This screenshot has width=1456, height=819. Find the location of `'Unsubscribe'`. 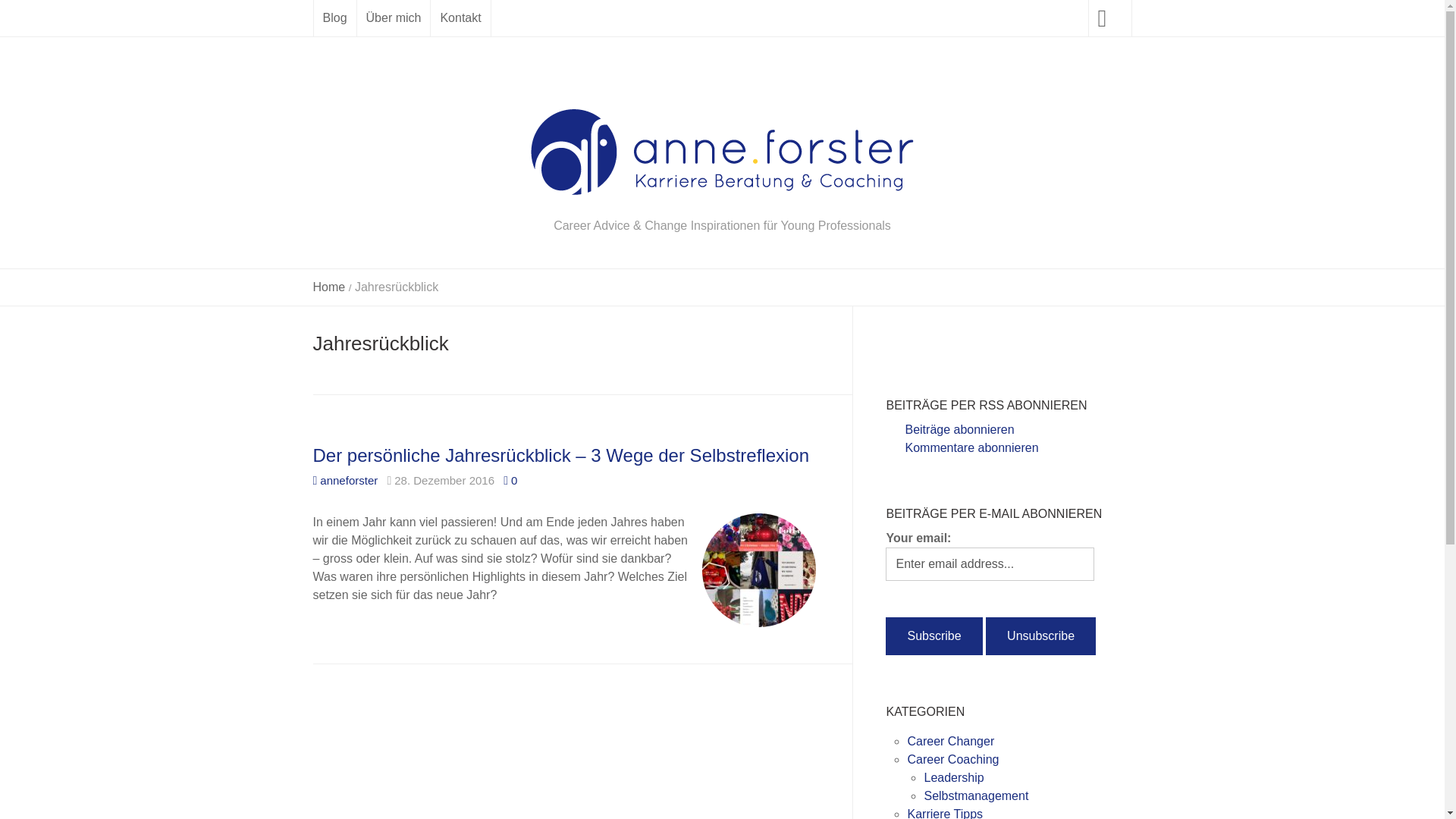

'Unsubscribe' is located at coordinates (1040, 636).